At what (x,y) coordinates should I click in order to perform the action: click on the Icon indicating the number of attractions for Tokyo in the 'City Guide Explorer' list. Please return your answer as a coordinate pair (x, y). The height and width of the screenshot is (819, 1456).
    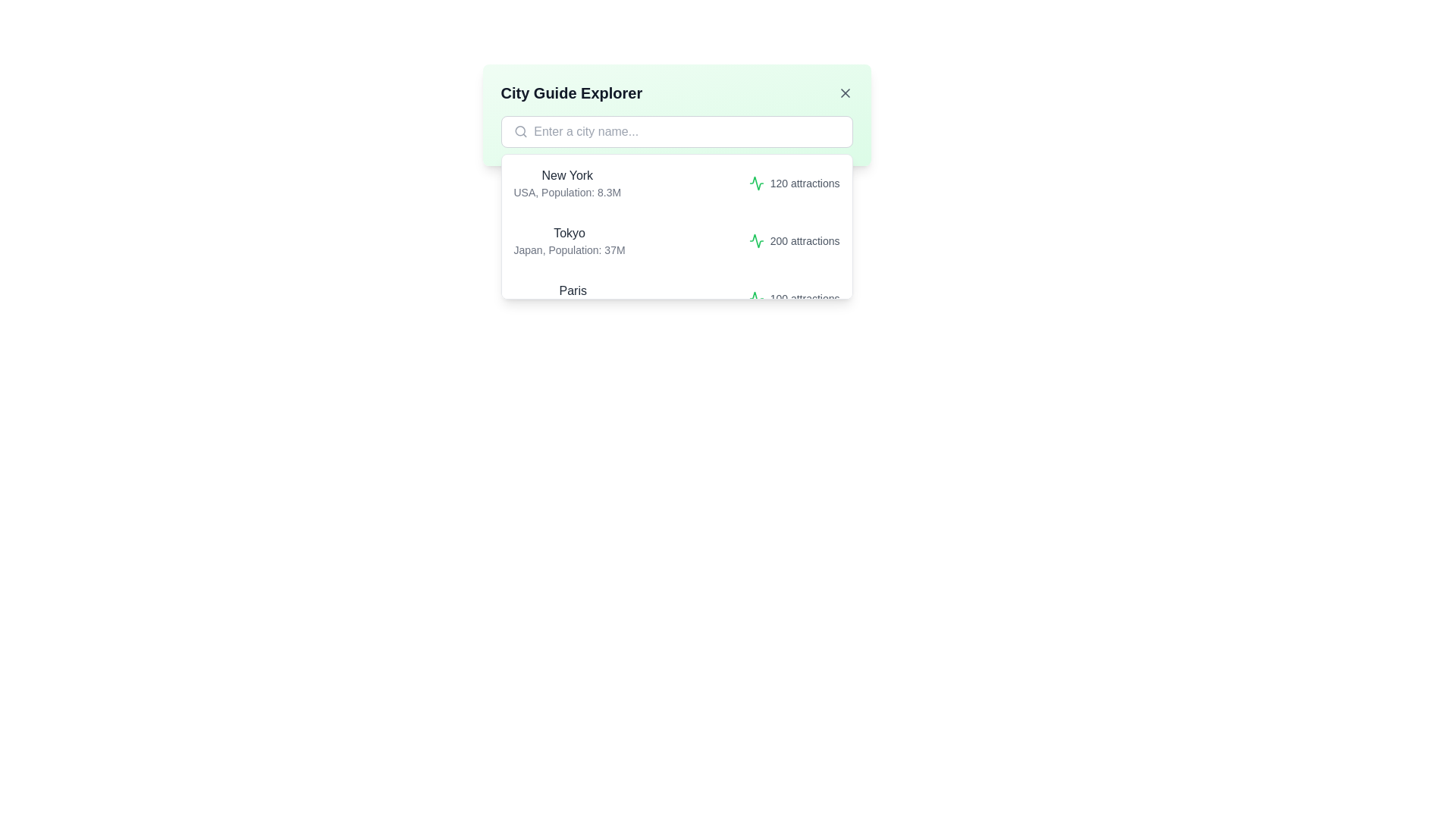
    Looking at the image, I should click on (756, 240).